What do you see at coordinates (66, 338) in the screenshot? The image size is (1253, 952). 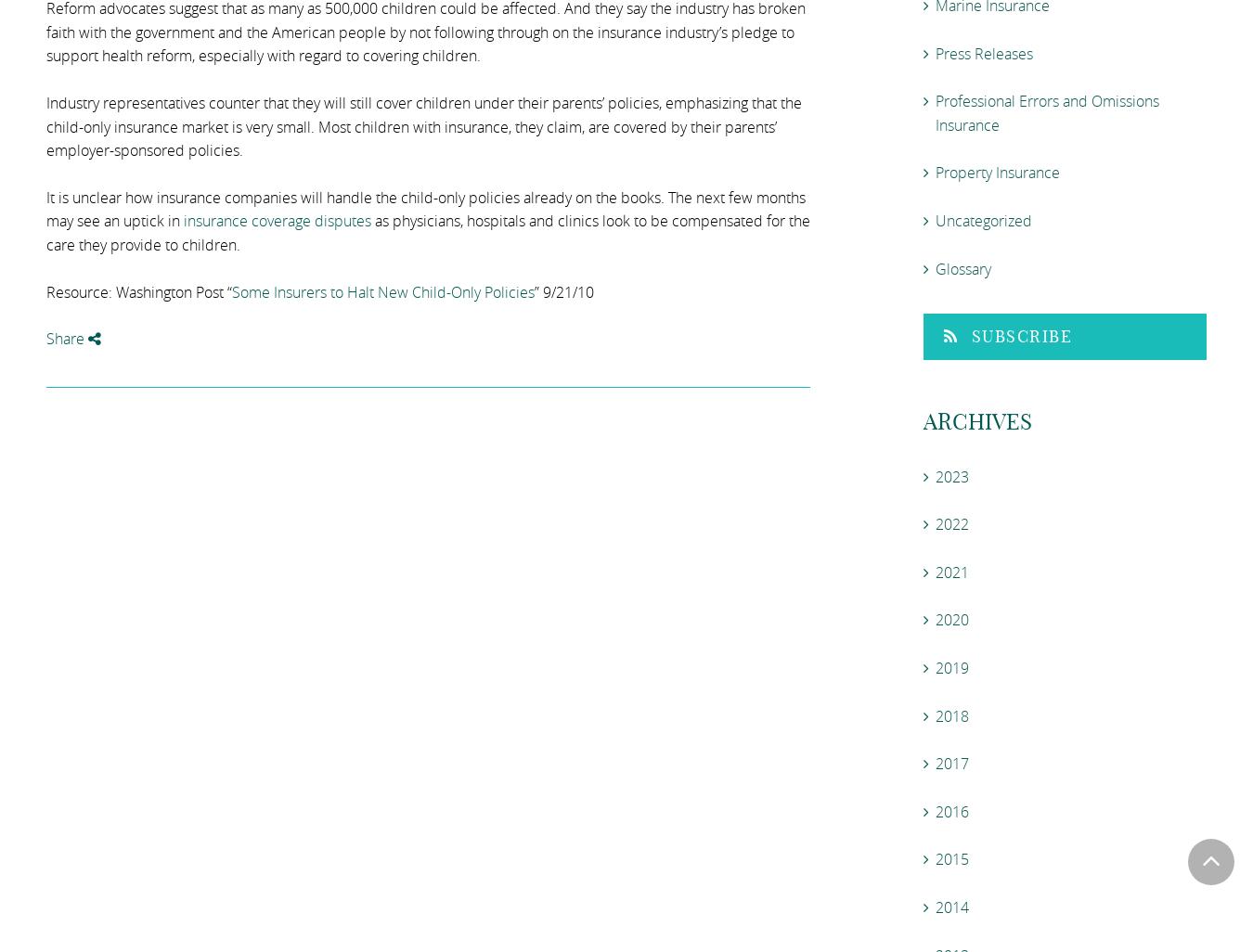 I see `'Share'` at bounding box center [66, 338].